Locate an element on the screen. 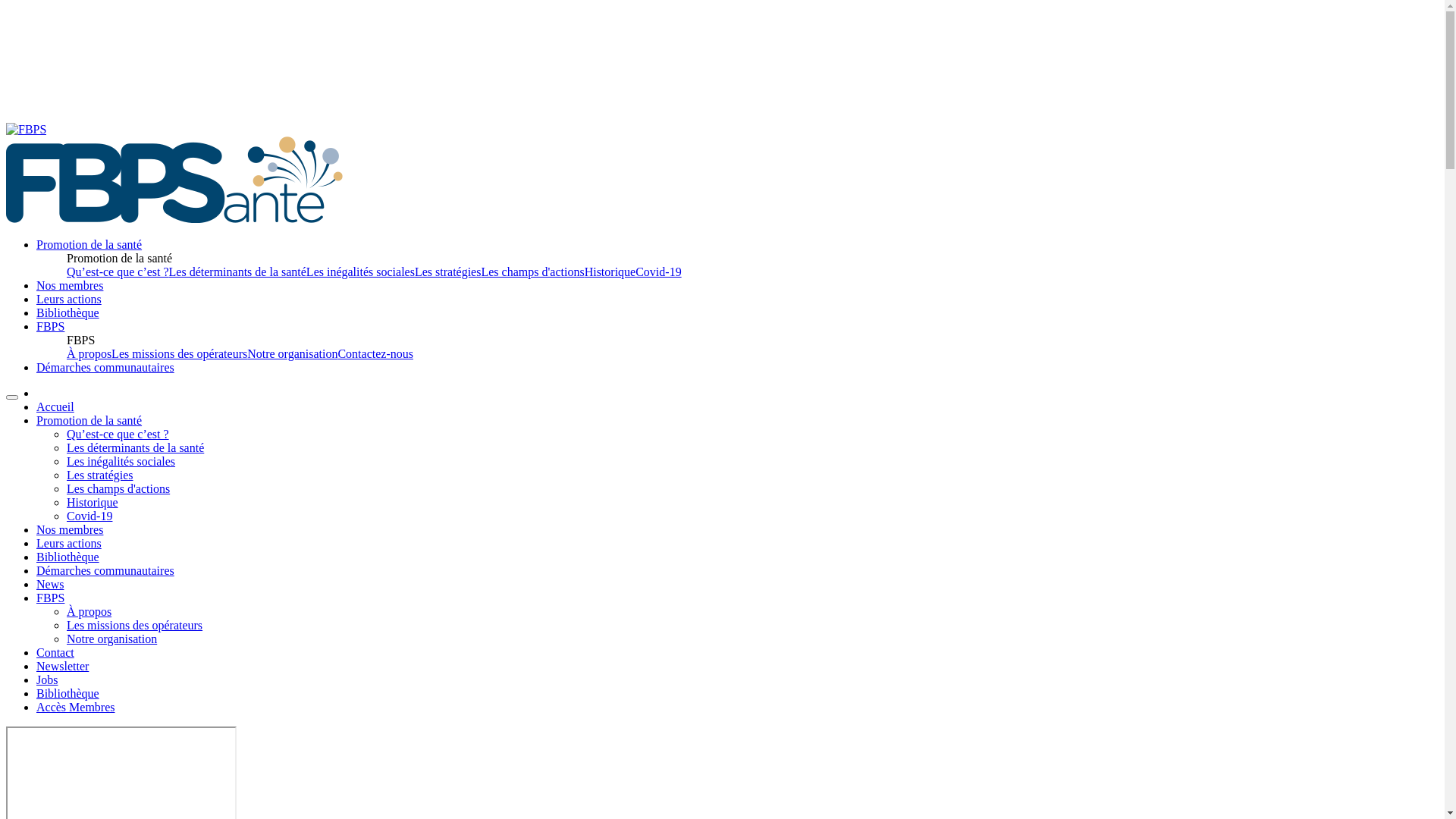 This screenshot has width=1456, height=819. 'Les champs d'actions' is located at coordinates (65, 488).